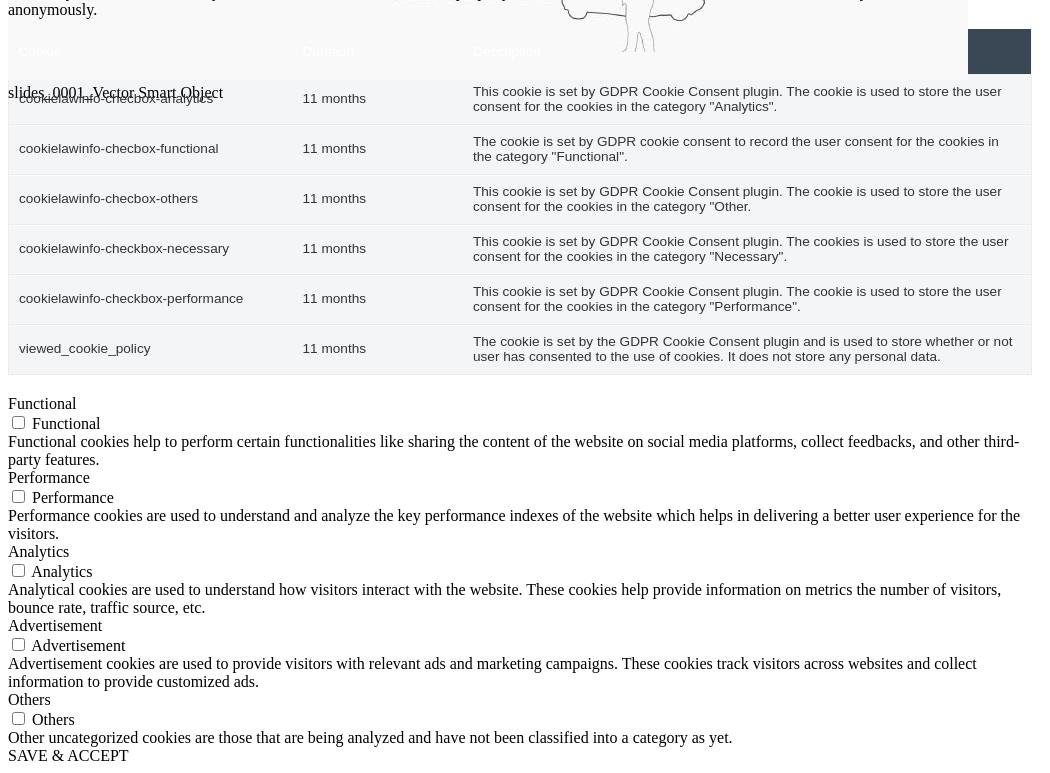  Describe the element at coordinates (735, 98) in the screenshot. I see `'This cookie is set by GDPR Cookie Consent plugin. The cookie is used to store the user consent for the cookies in the category "Analytics".'` at that location.